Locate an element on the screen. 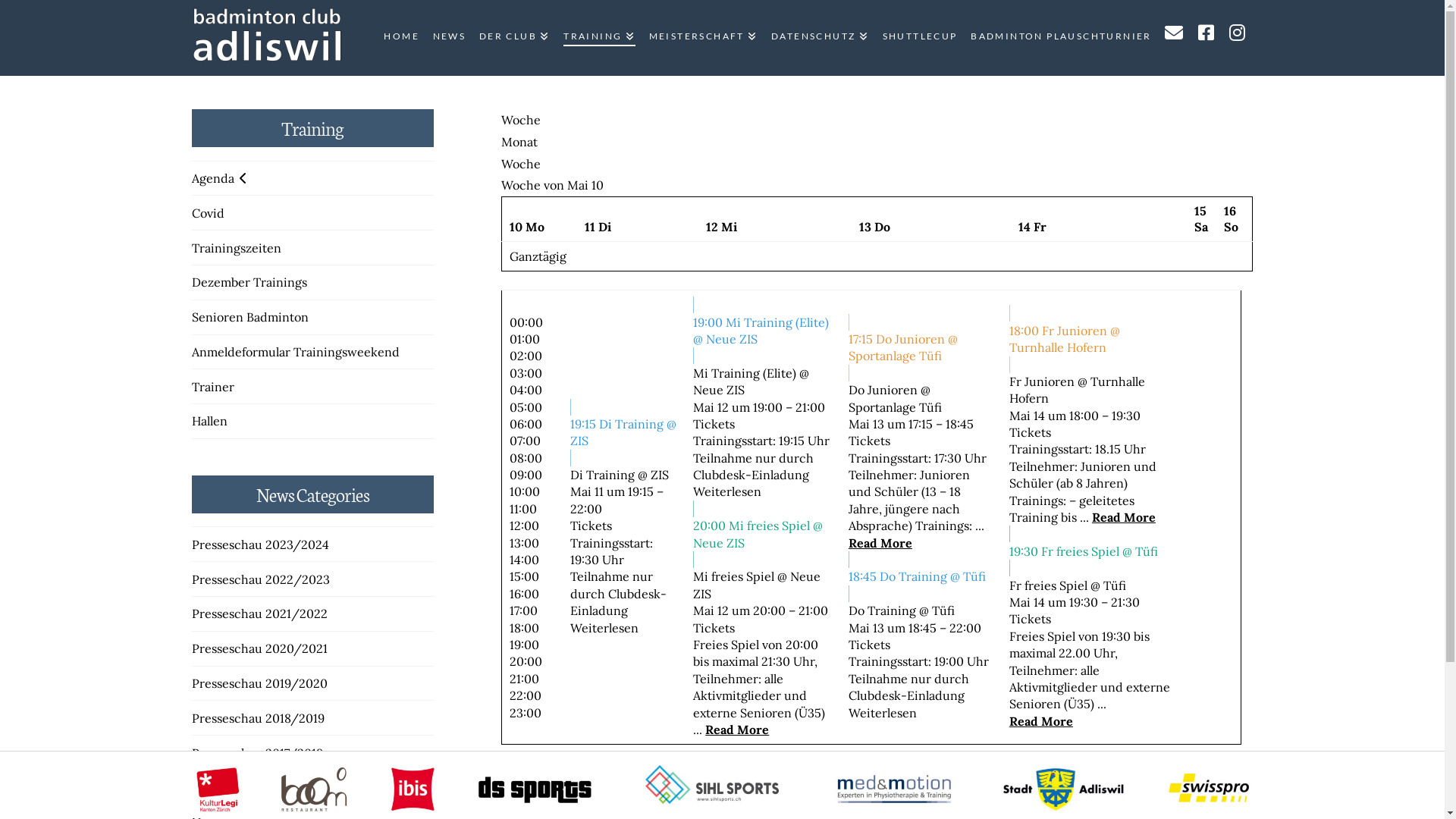 The height and width of the screenshot is (819, 1456). '20:00 Mi freies Spiel @ Neue ZIS' is located at coordinates (763, 533).